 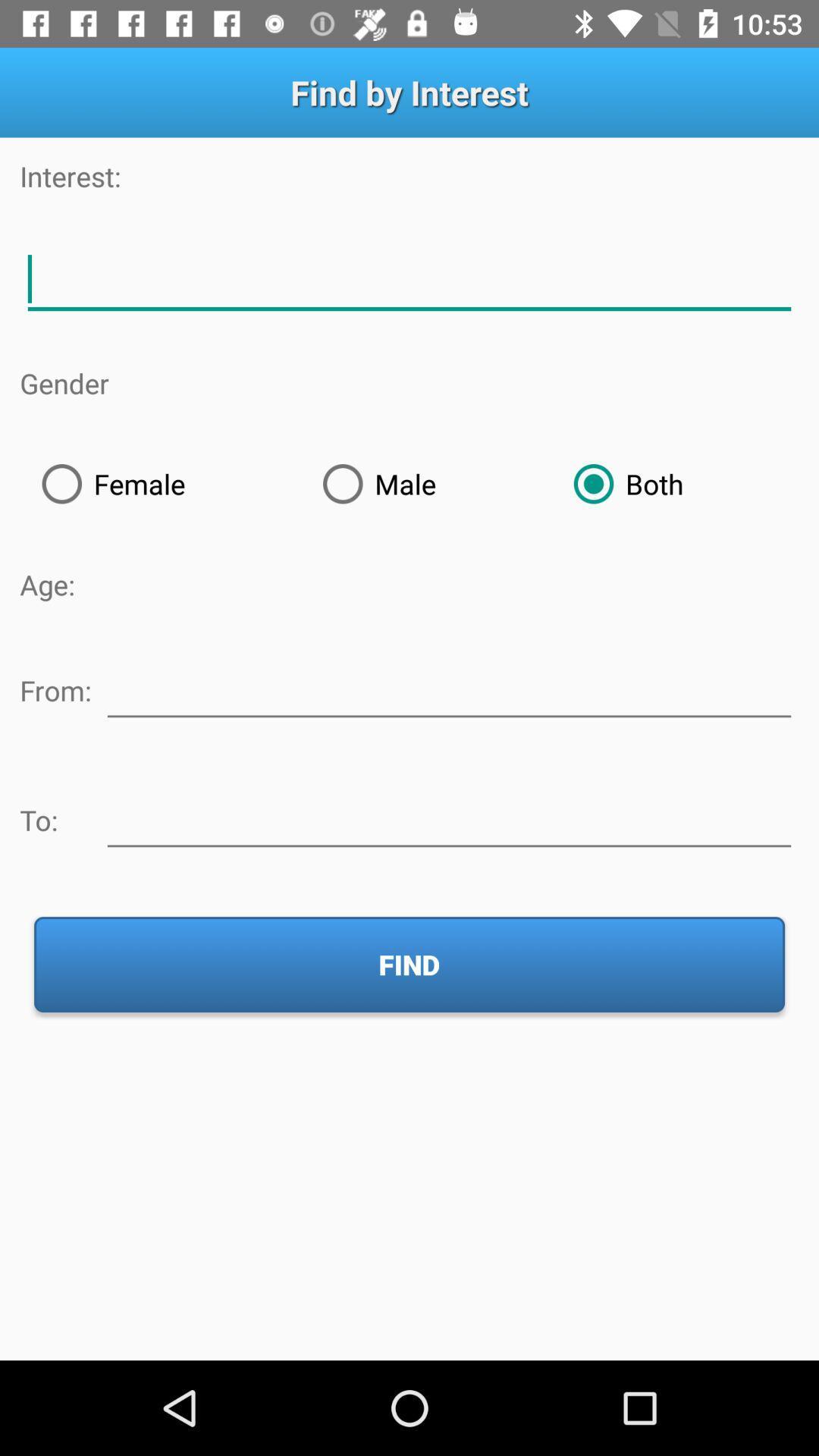 What do you see at coordinates (426, 483) in the screenshot?
I see `the radio button to the left of both` at bounding box center [426, 483].